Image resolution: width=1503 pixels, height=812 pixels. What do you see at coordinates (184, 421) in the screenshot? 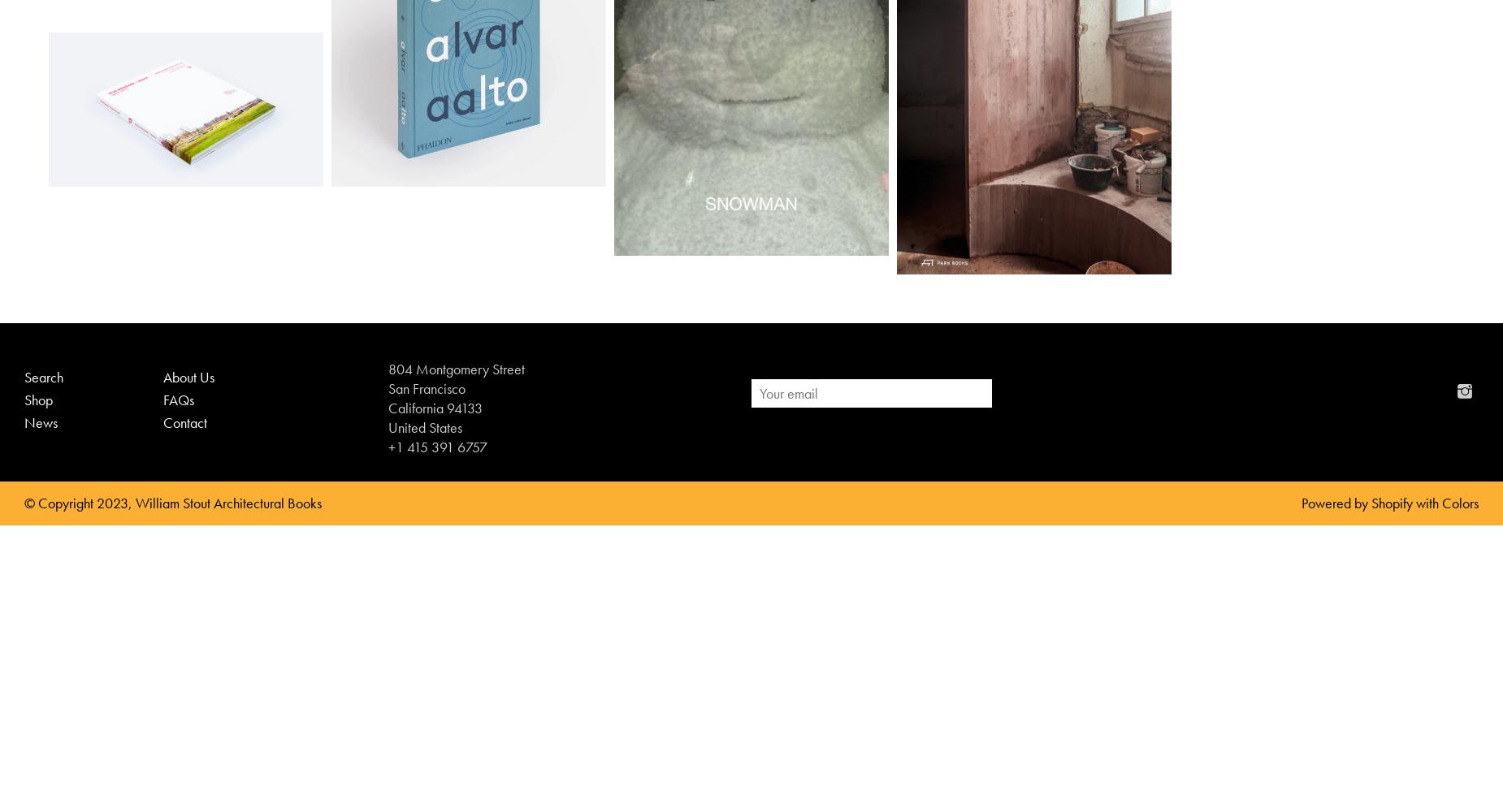
I see `'Contact'` at bounding box center [184, 421].